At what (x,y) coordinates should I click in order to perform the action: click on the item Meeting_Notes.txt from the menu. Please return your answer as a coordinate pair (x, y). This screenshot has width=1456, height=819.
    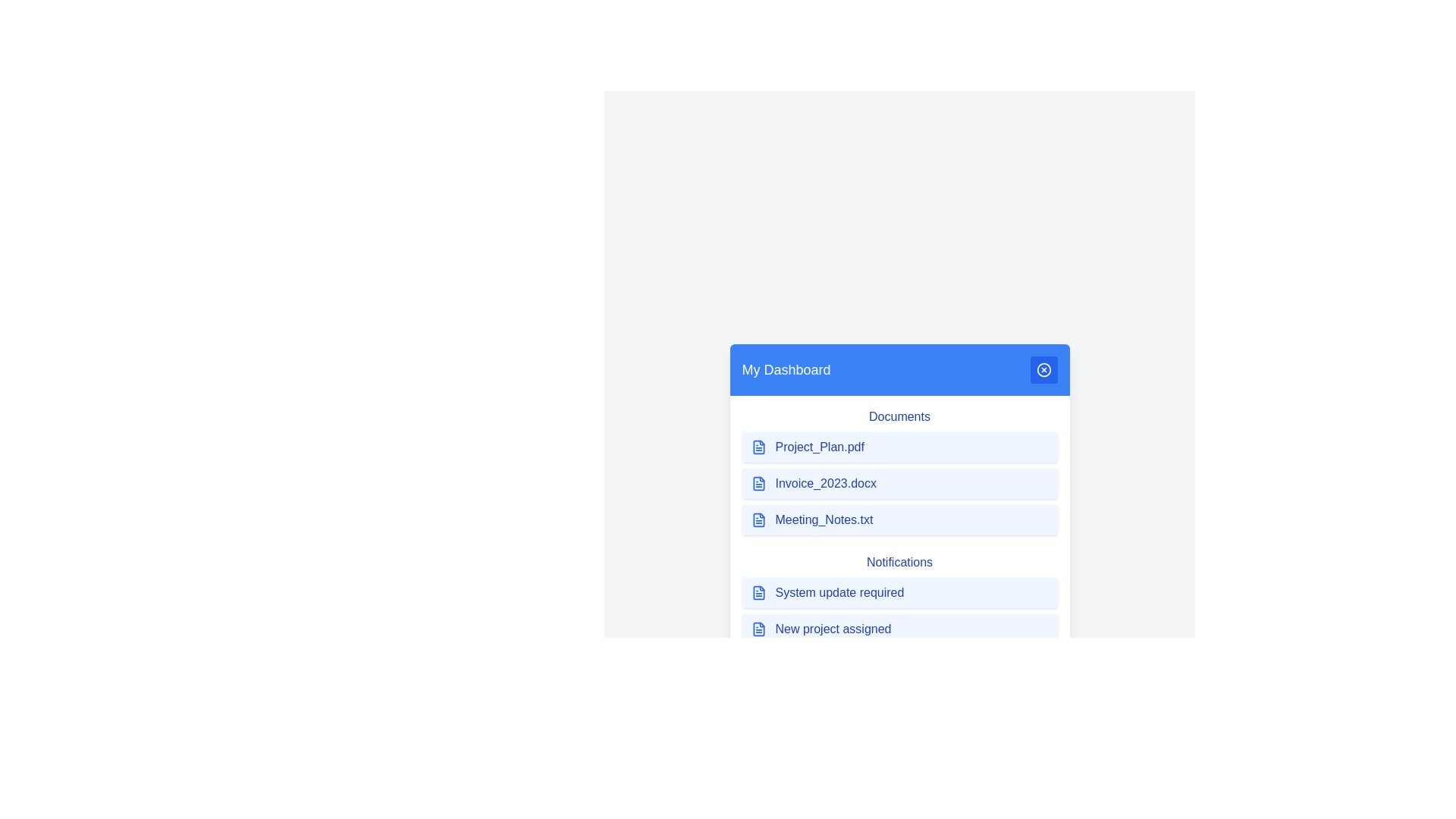
    Looking at the image, I should click on (899, 519).